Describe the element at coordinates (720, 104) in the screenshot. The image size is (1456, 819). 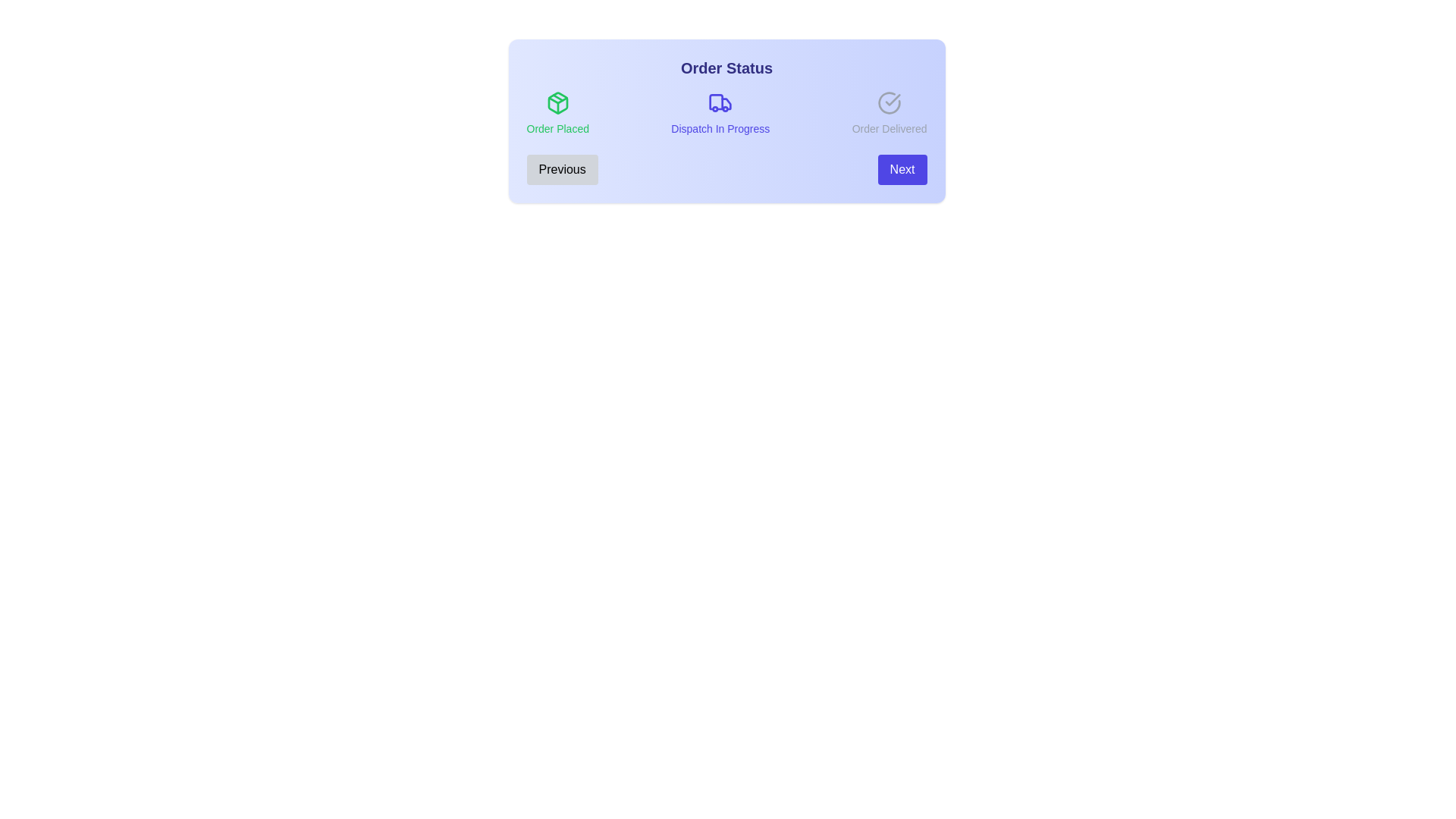
I see `the state of the Progress Indicator, which is a horizontal line that changes color based on step progression, located below the truck icon and above the 'Dispatch In Progress' text` at that location.